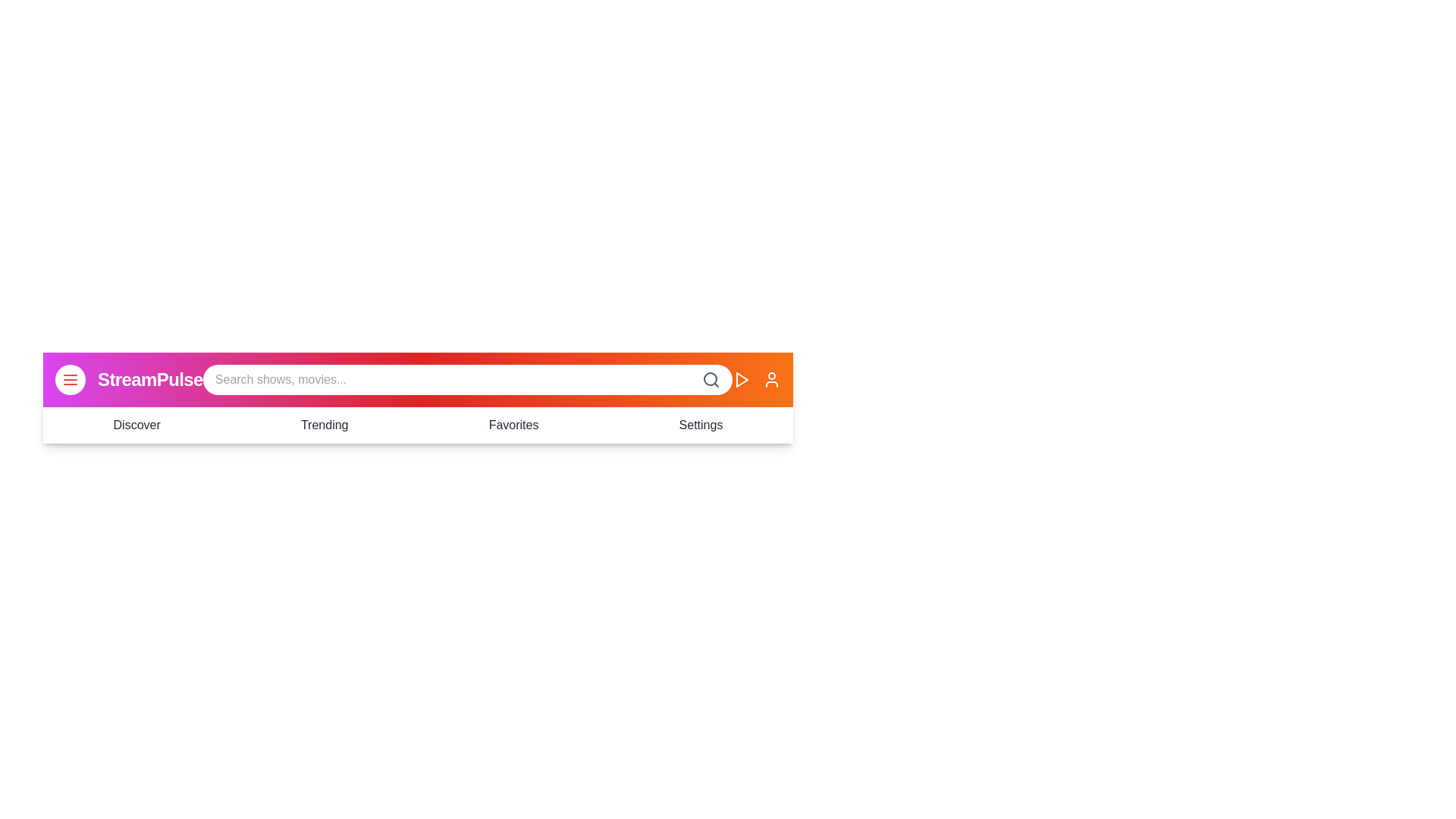 Image resolution: width=1456 pixels, height=819 pixels. Describe the element at coordinates (513, 425) in the screenshot. I see `the navigation menu item Favorites` at that location.